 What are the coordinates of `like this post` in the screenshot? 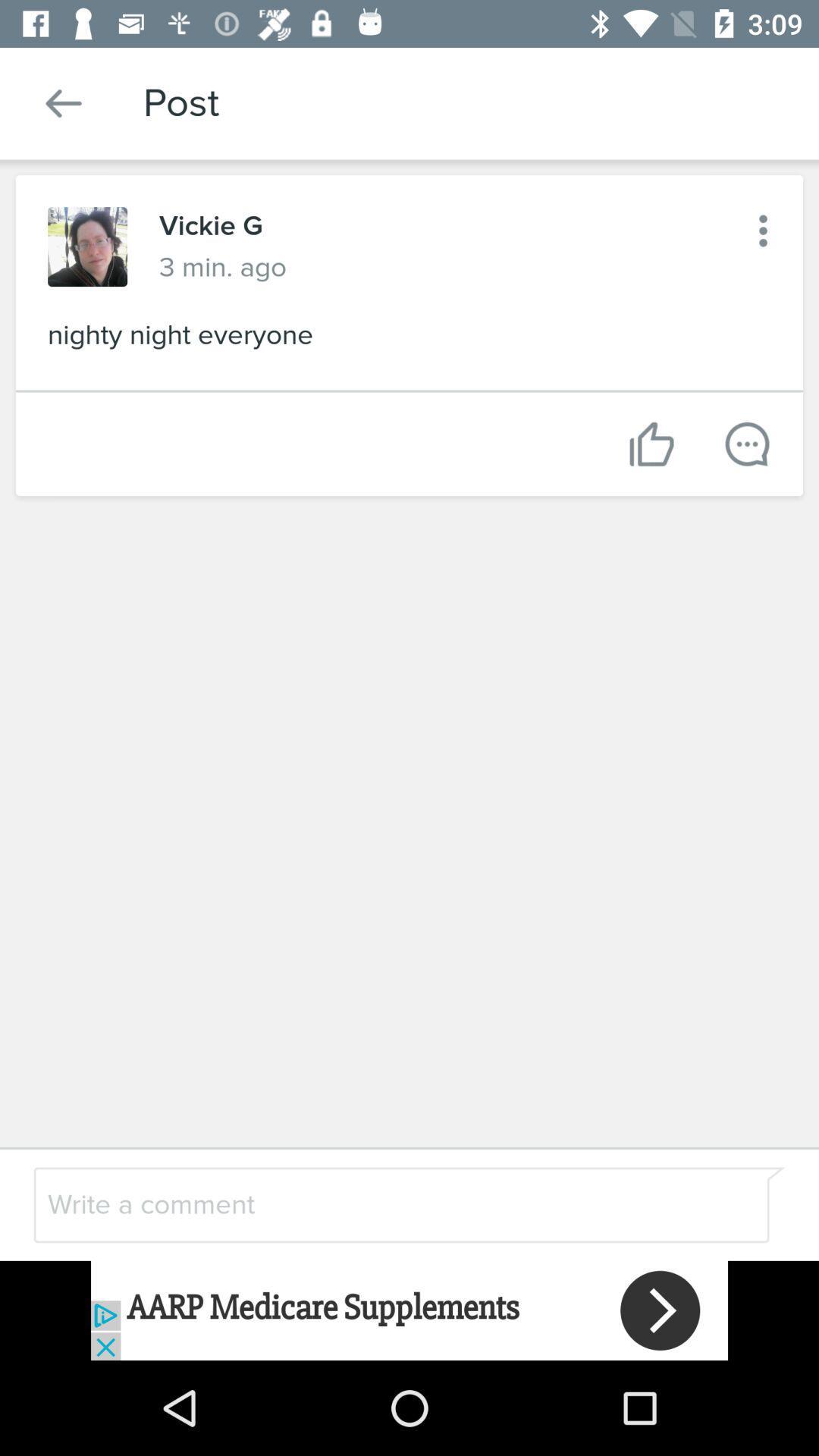 It's located at (651, 443).